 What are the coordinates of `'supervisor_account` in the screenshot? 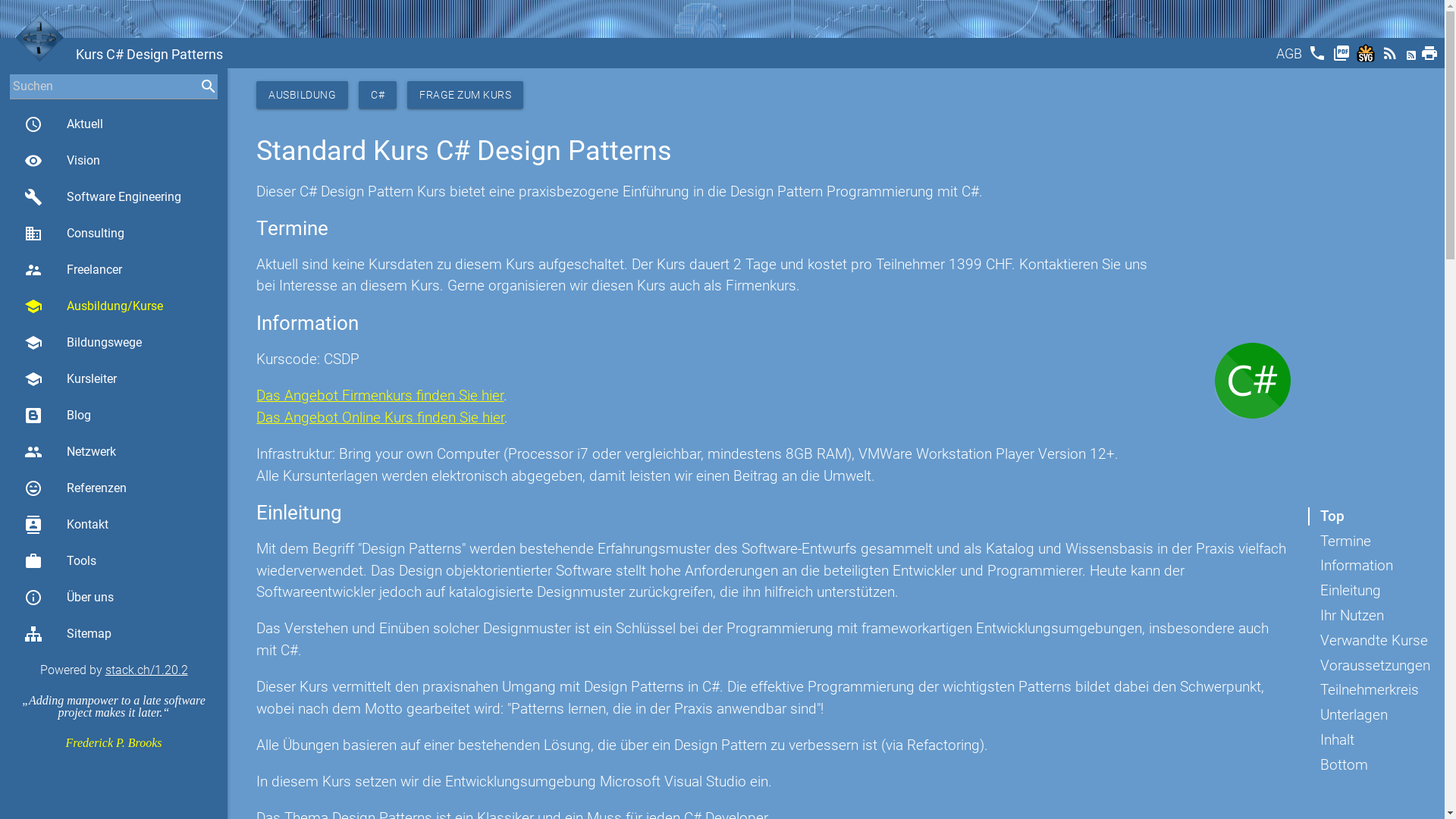 It's located at (112, 268).